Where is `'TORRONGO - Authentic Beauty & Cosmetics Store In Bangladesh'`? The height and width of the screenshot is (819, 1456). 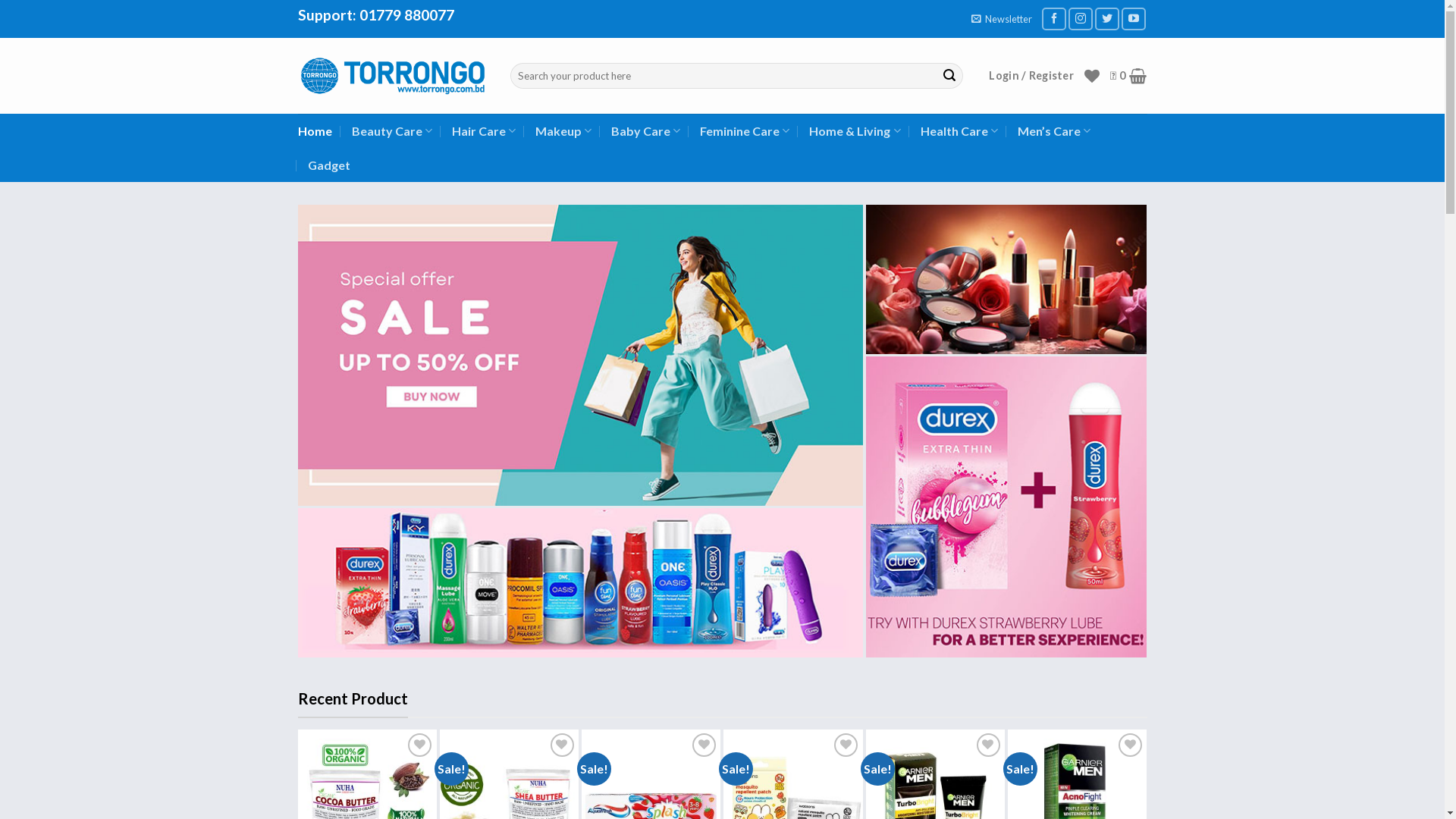 'TORRONGO - Authentic Beauty & Cosmetics Store In Bangladesh' is located at coordinates (392, 75).